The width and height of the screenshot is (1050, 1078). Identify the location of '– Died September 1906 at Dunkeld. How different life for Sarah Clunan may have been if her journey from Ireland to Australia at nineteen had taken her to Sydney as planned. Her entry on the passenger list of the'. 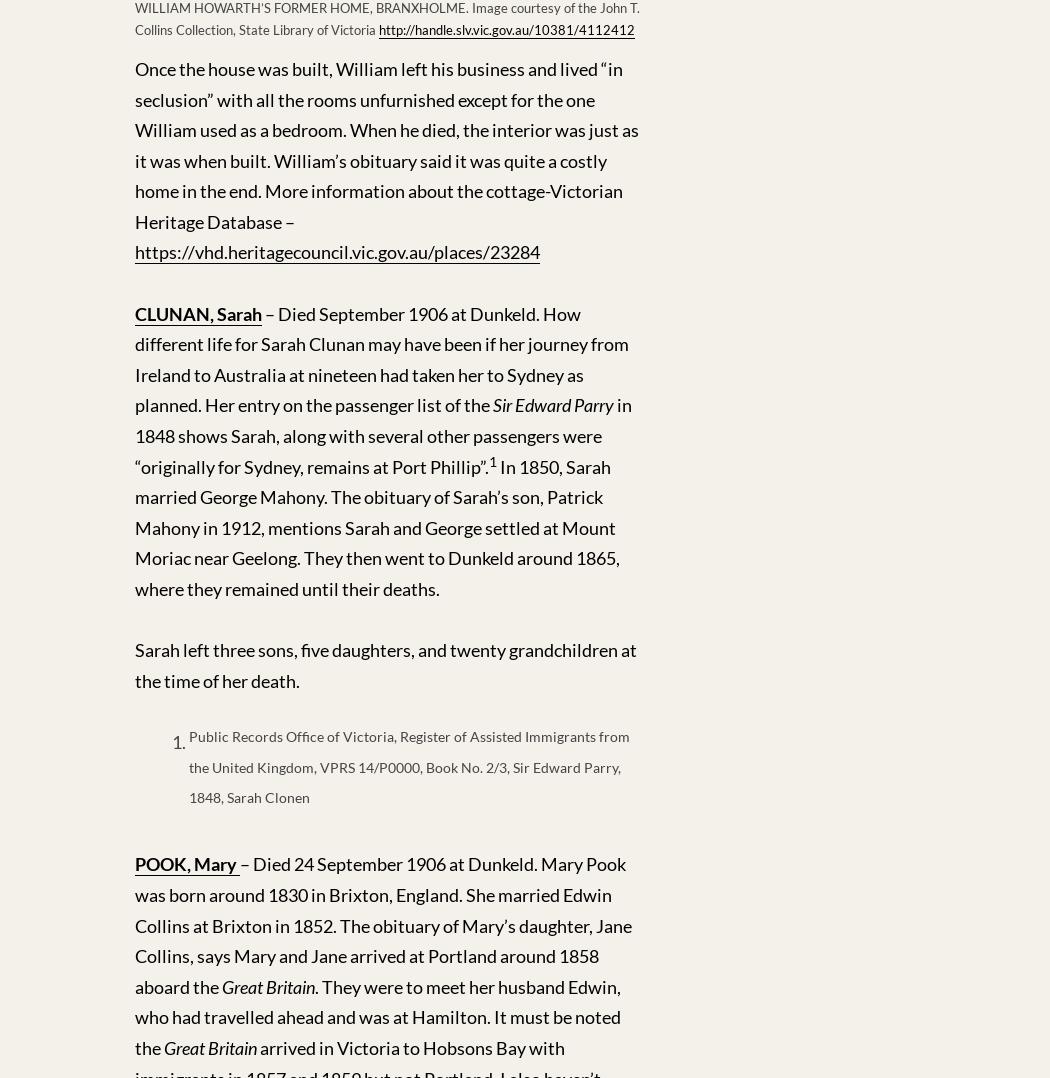
(134, 358).